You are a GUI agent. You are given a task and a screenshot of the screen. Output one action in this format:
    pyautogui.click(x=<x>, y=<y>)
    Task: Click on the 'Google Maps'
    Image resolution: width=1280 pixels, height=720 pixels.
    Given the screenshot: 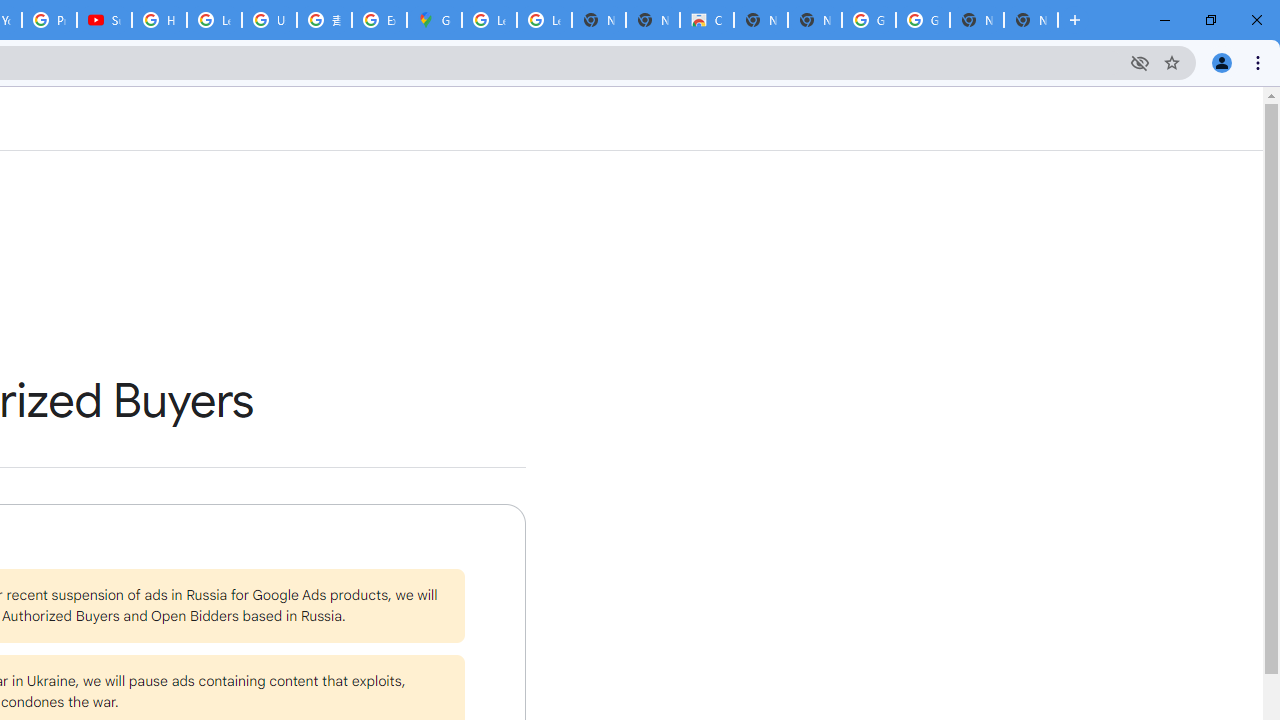 What is the action you would take?
    pyautogui.click(x=433, y=20)
    